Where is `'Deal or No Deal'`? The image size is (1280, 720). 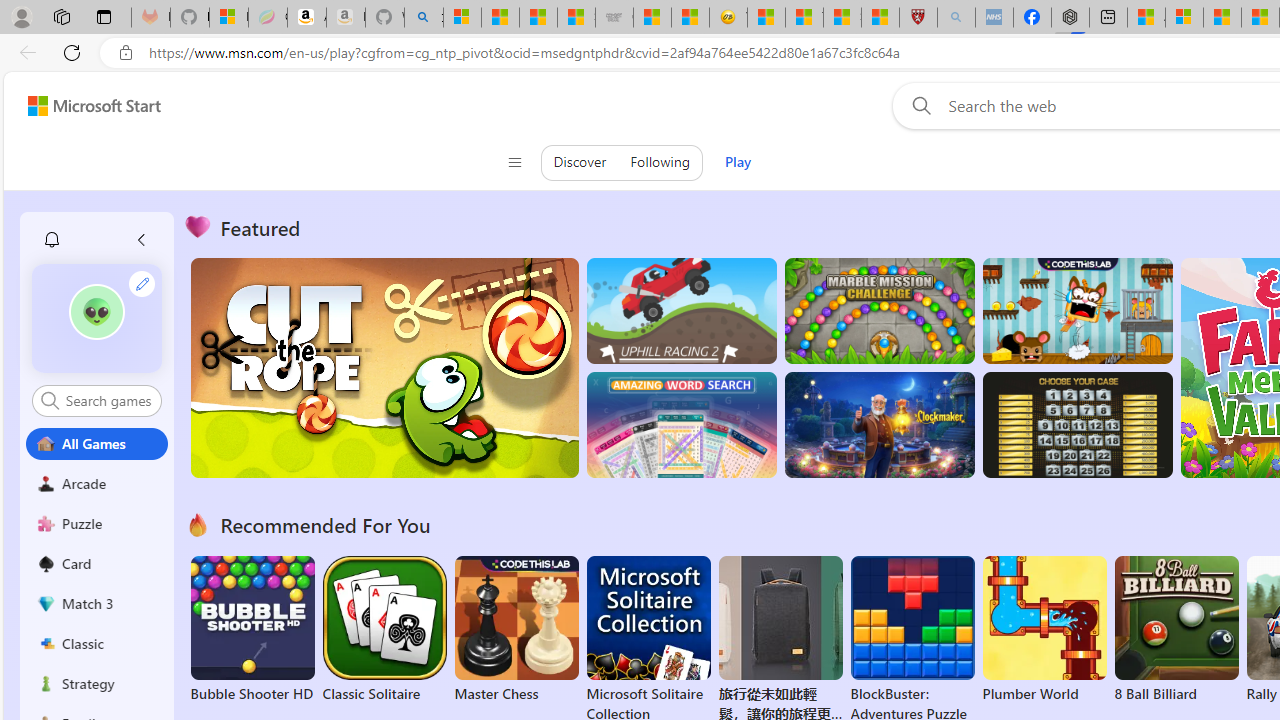
'Deal or No Deal' is located at coordinates (1076, 424).